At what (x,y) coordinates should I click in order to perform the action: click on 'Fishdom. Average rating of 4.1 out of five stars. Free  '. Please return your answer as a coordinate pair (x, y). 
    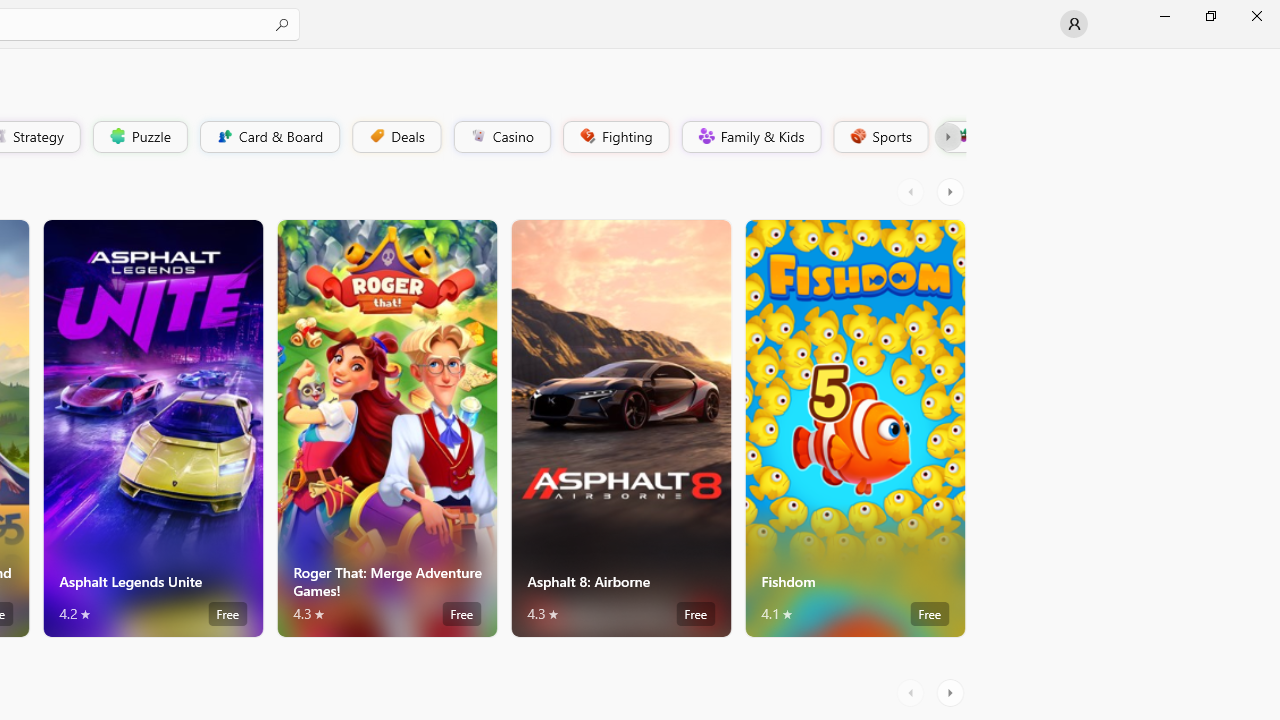
    Looking at the image, I should click on (855, 427).